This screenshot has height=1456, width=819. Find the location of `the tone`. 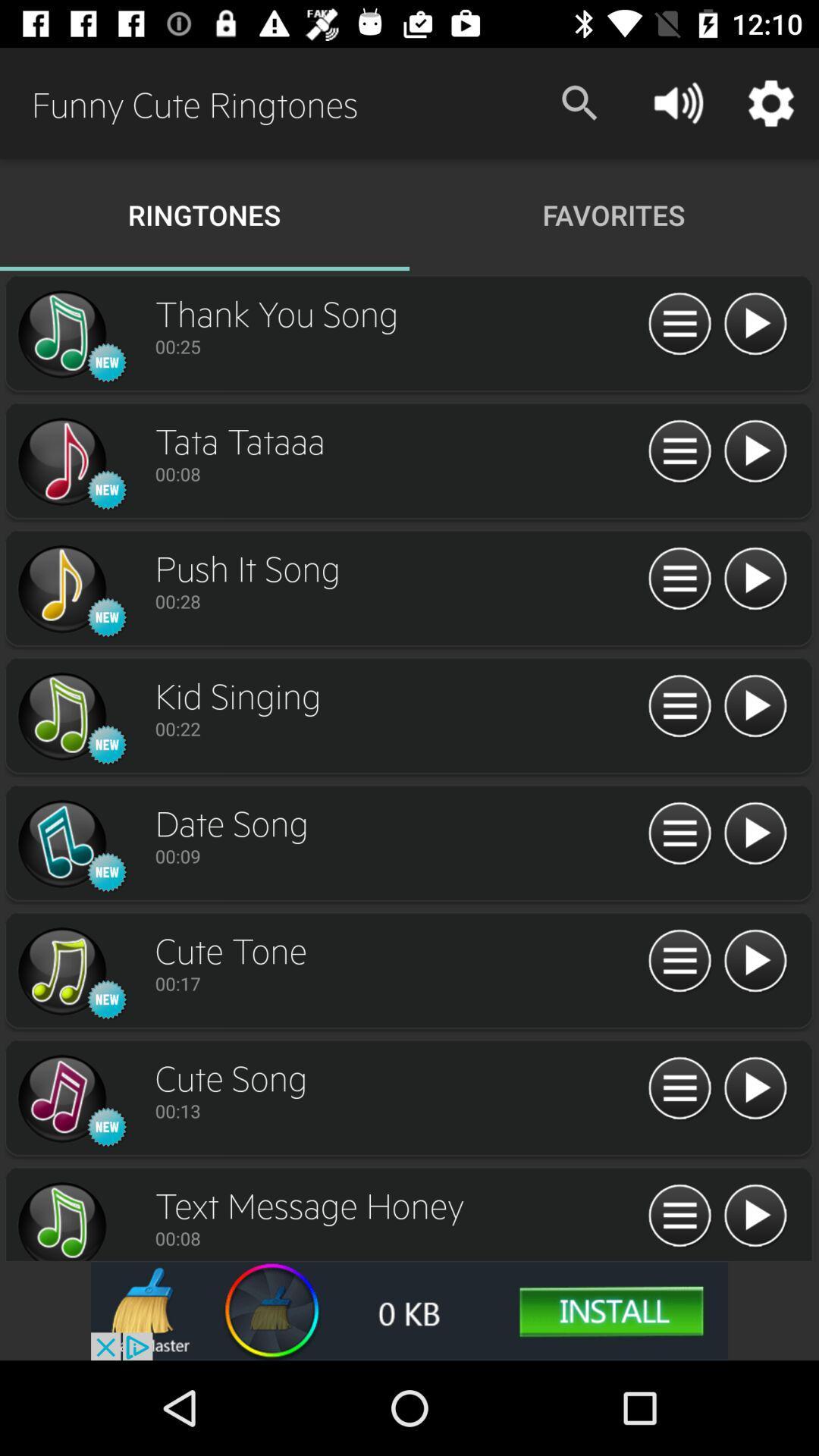

the tone is located at coordinates (755, 961).